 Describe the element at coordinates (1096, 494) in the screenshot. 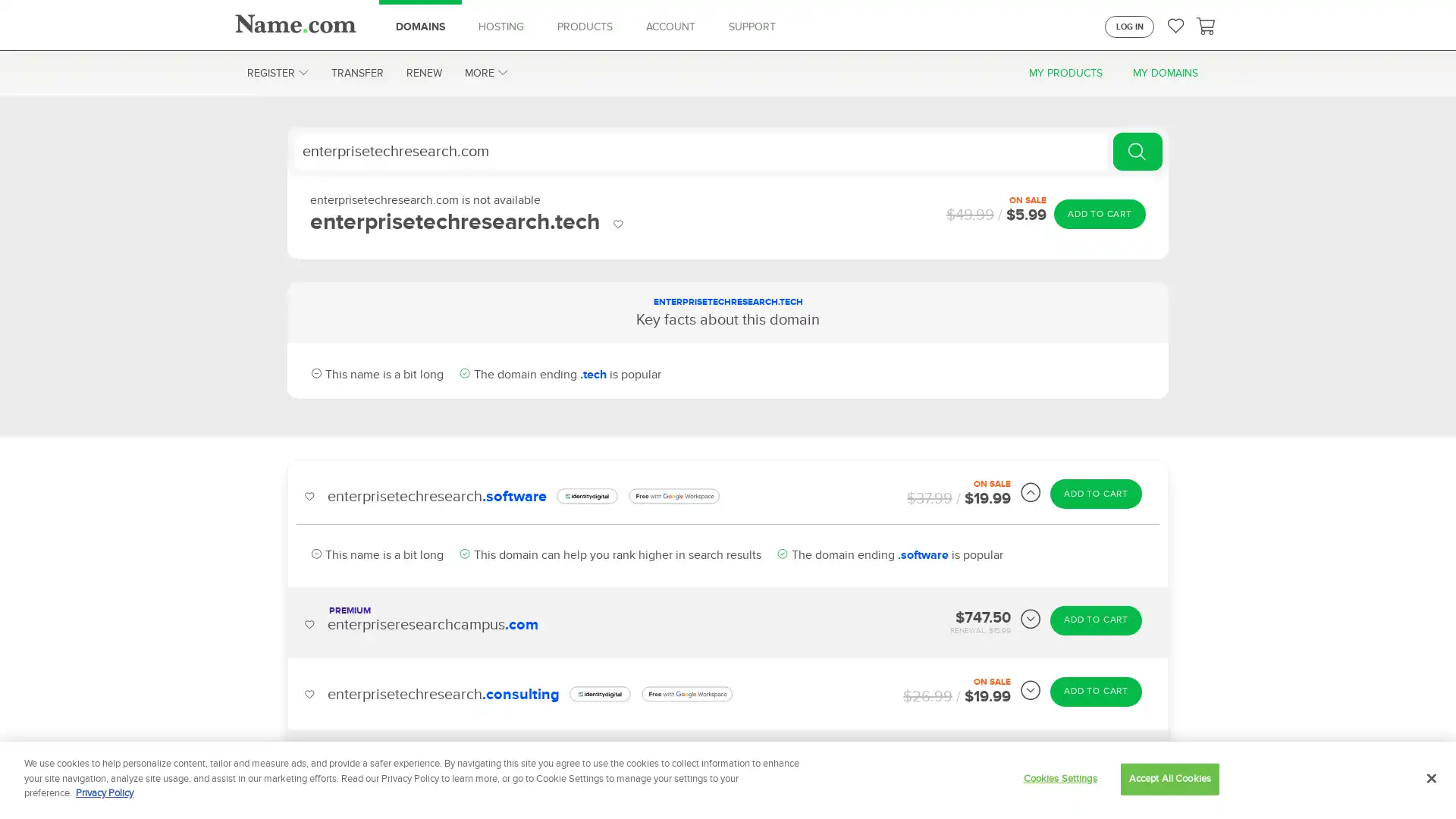

I see `ADD TO CART` at that location.